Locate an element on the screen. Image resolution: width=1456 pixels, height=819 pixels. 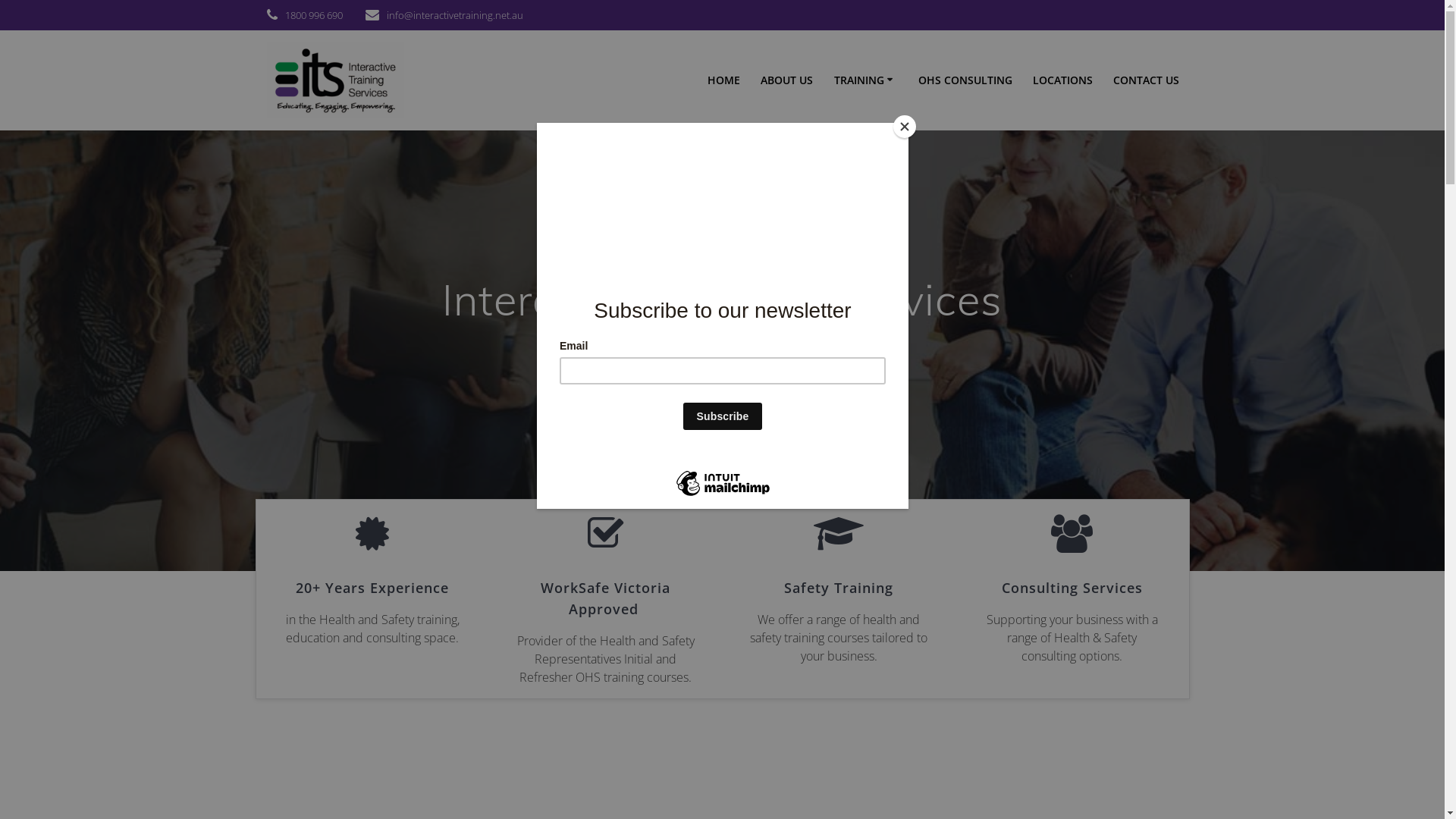
'ABOUT US' is located at coordinates (786, 80).